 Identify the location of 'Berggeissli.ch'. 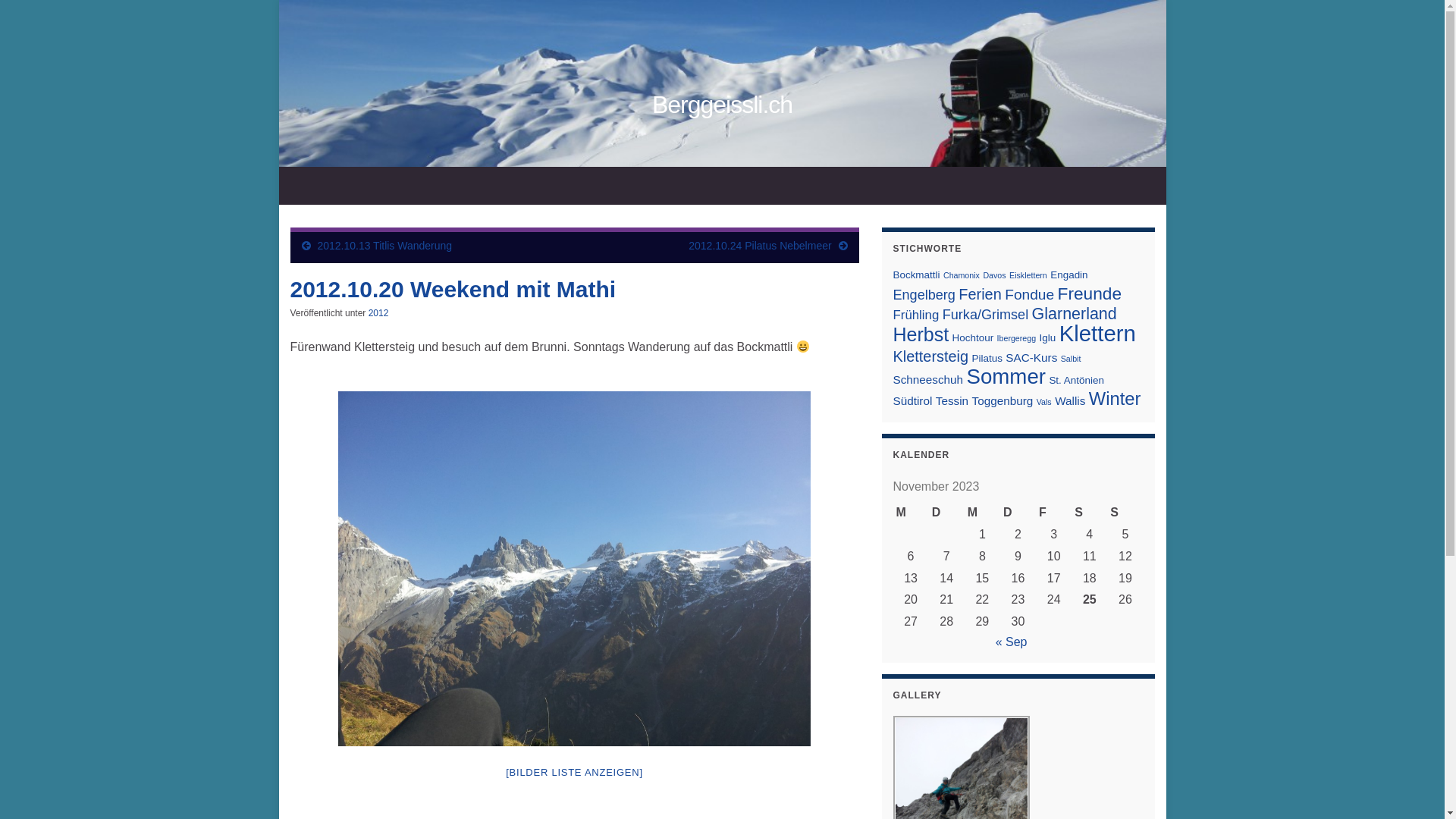
(722, 102).